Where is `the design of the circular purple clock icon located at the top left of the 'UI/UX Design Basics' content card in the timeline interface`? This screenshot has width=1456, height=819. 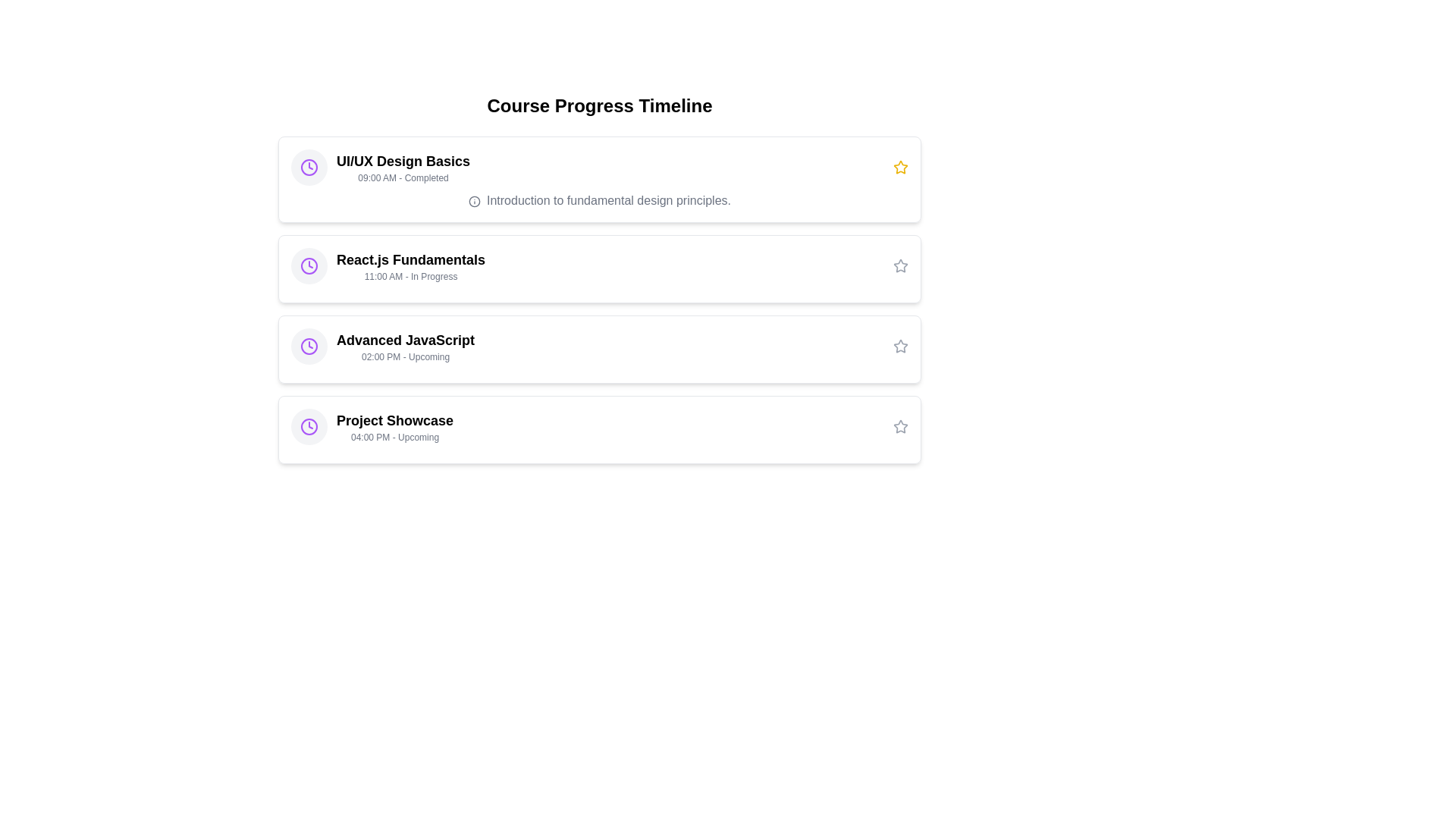 the design of the circular purple clock icon located at the top left of the 'UI/UX Design Basics' content card in the timeline interface is located at coordinates (309, 427).